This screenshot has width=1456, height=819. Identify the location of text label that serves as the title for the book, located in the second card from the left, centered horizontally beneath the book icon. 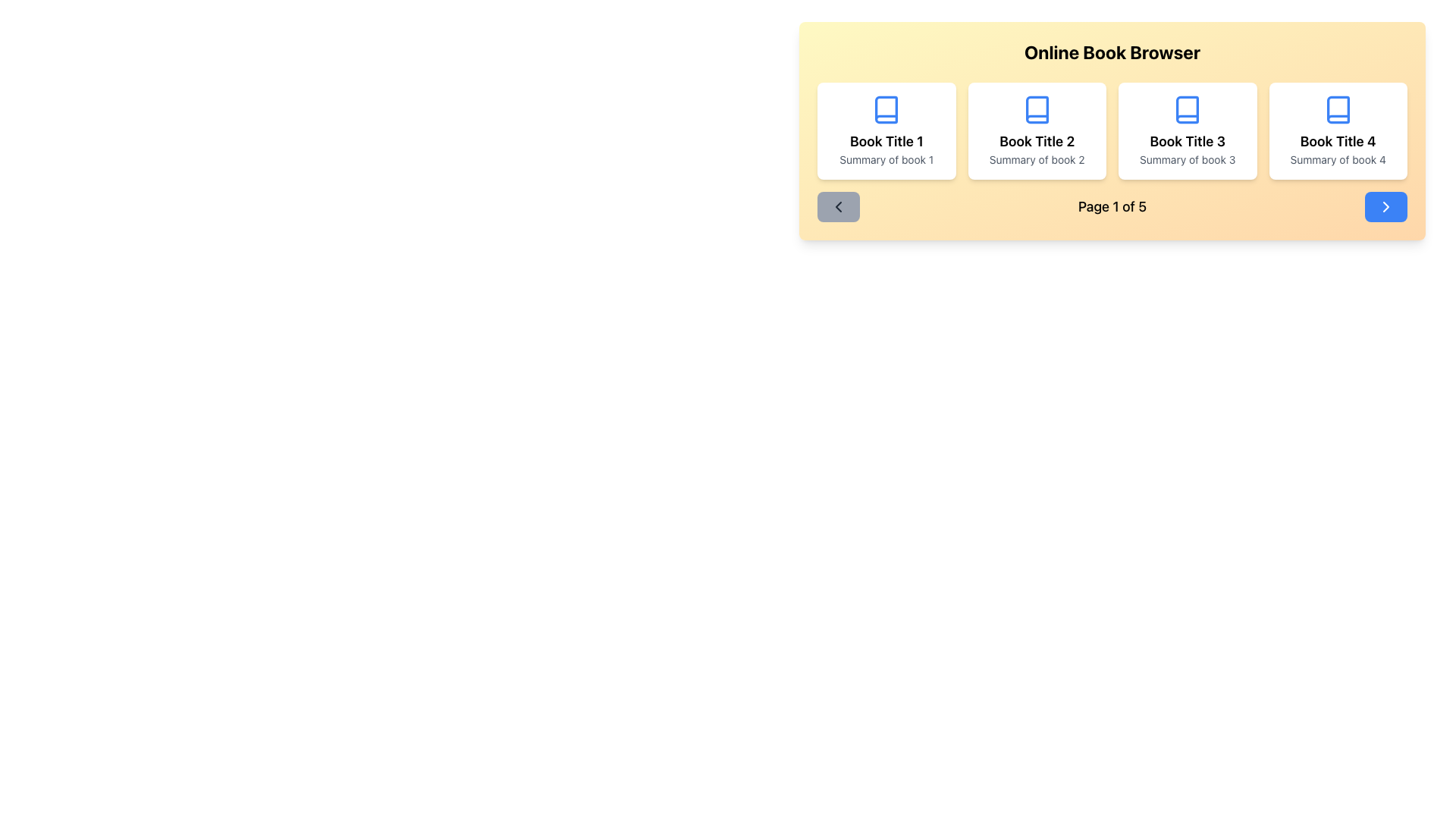
(1036, 141).